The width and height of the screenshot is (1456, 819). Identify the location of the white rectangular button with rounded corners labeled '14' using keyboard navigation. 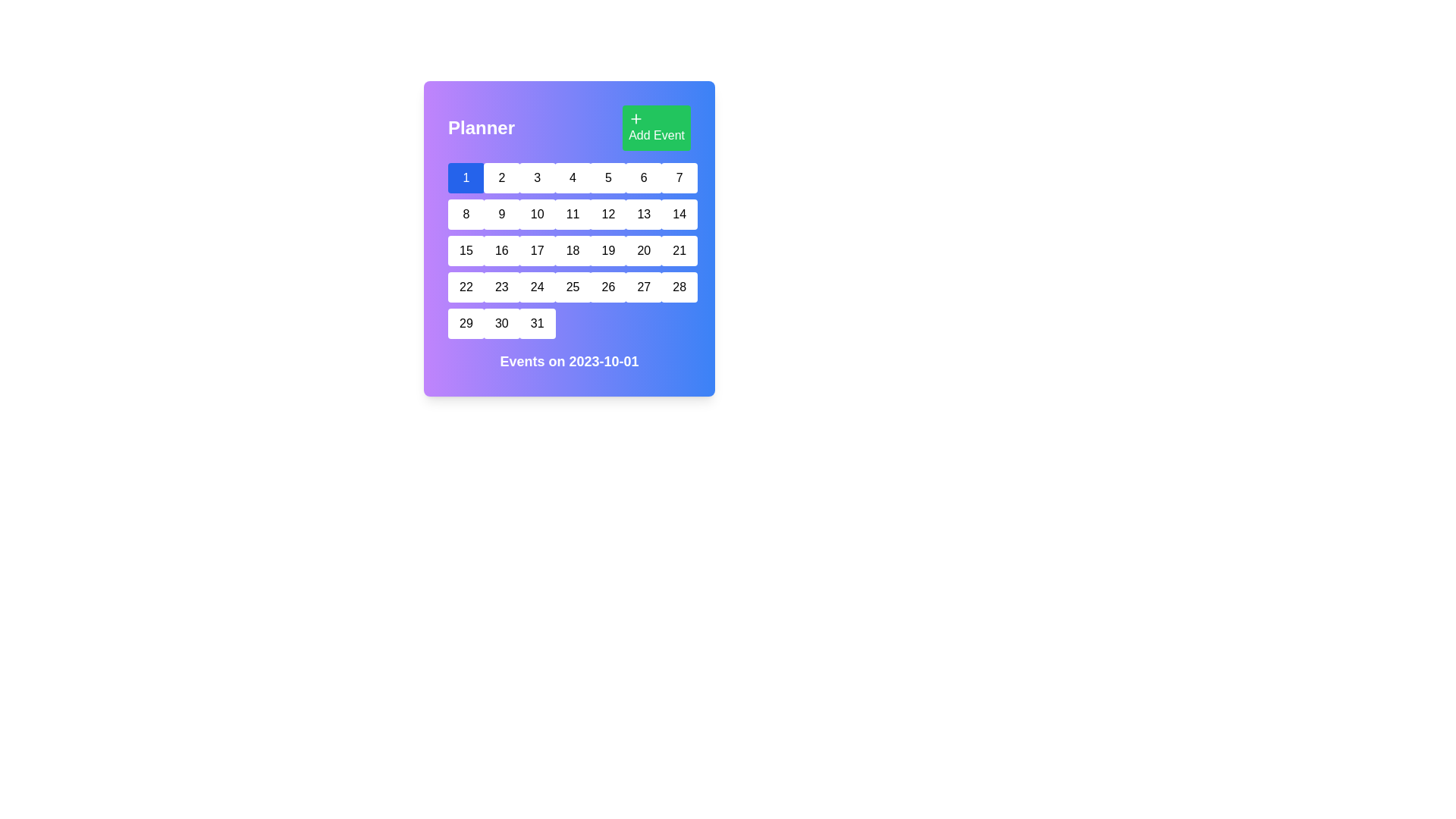
(679, 214).